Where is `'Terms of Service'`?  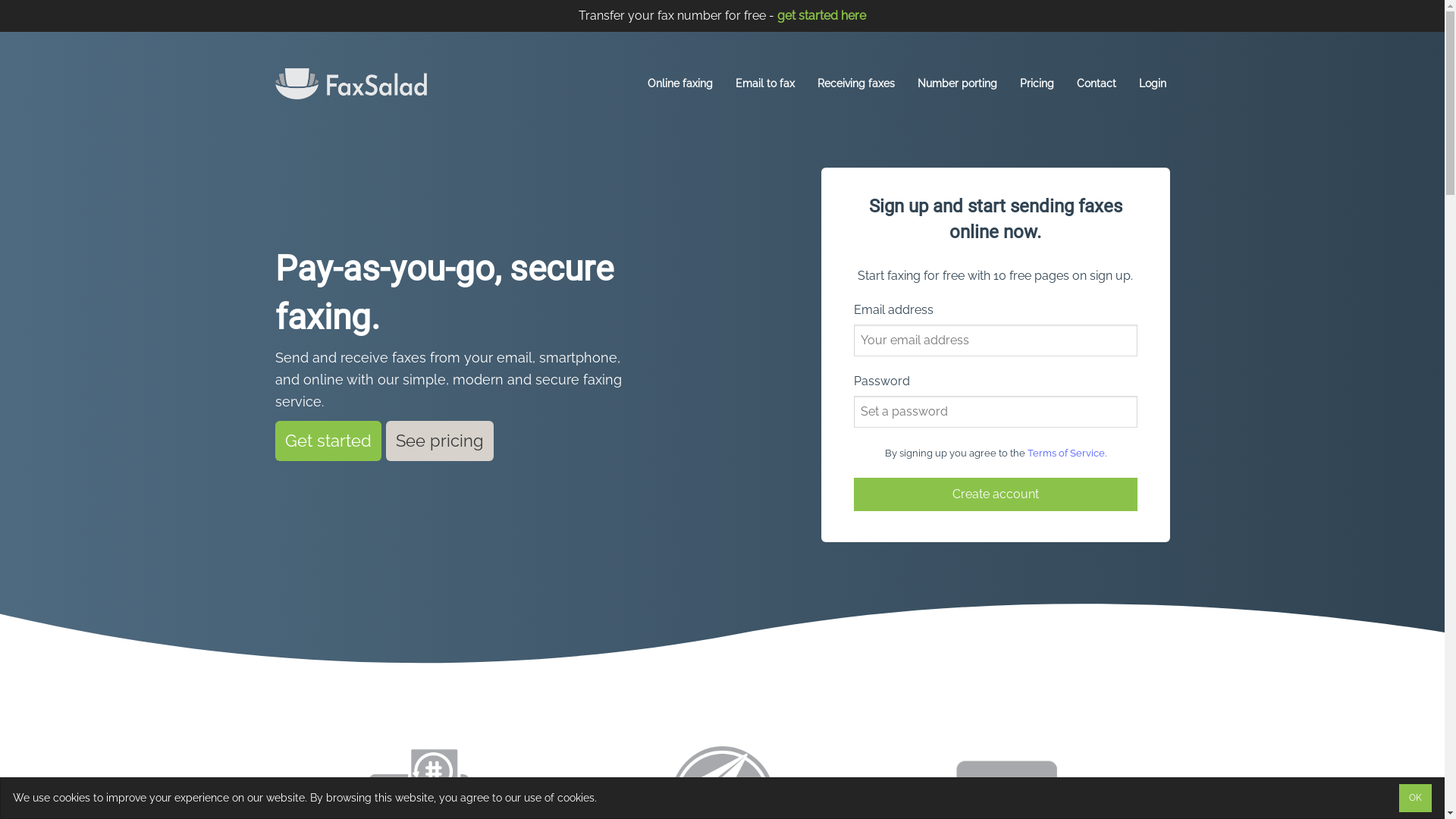 'Terms of Service' is located at coordinates (1065, 452).